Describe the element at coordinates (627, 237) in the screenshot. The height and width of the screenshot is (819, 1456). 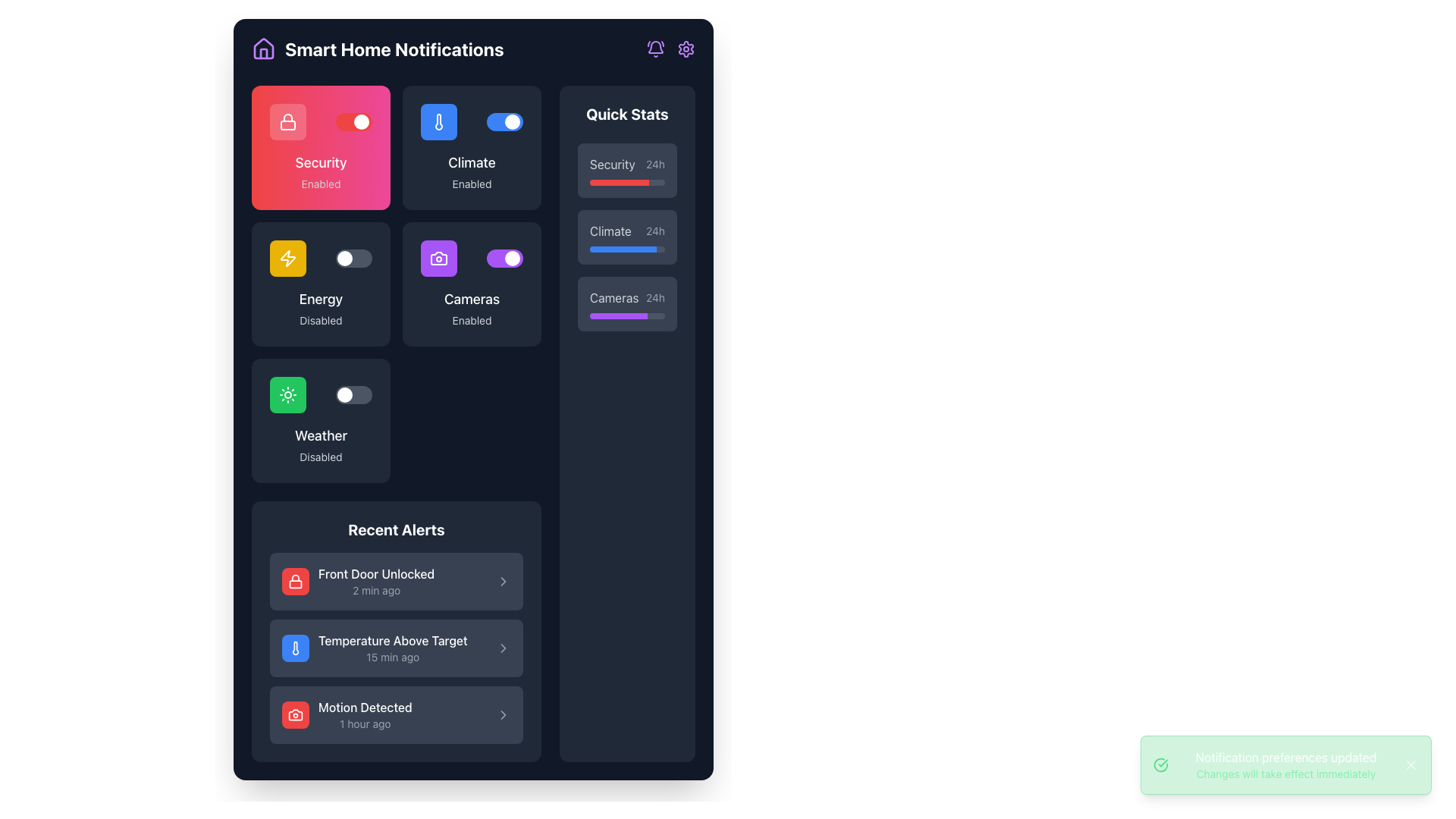
I see `the middle widget displaying climate statistics` at that location.